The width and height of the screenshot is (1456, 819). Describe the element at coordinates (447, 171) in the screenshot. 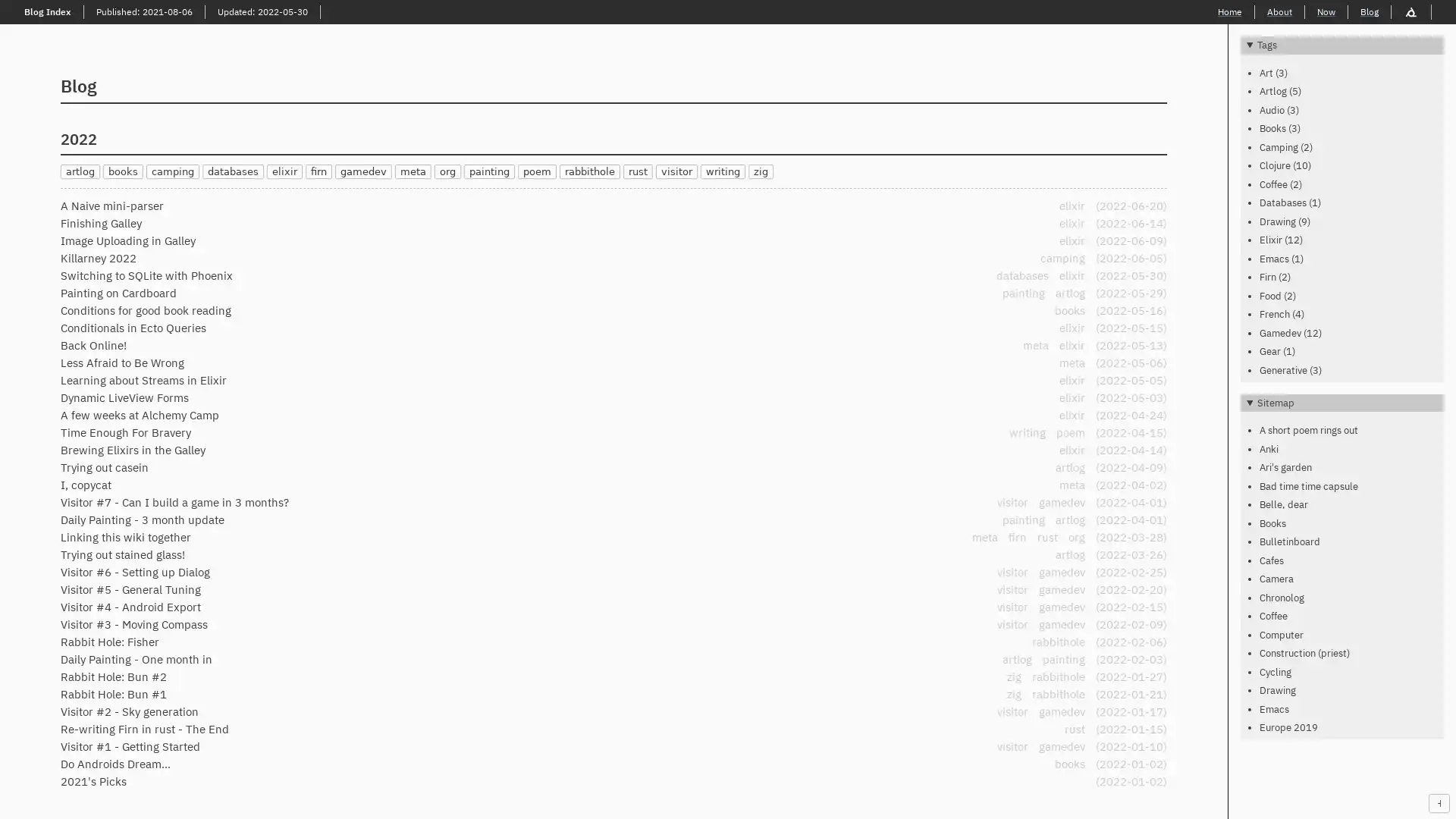

I see `org` at that location.